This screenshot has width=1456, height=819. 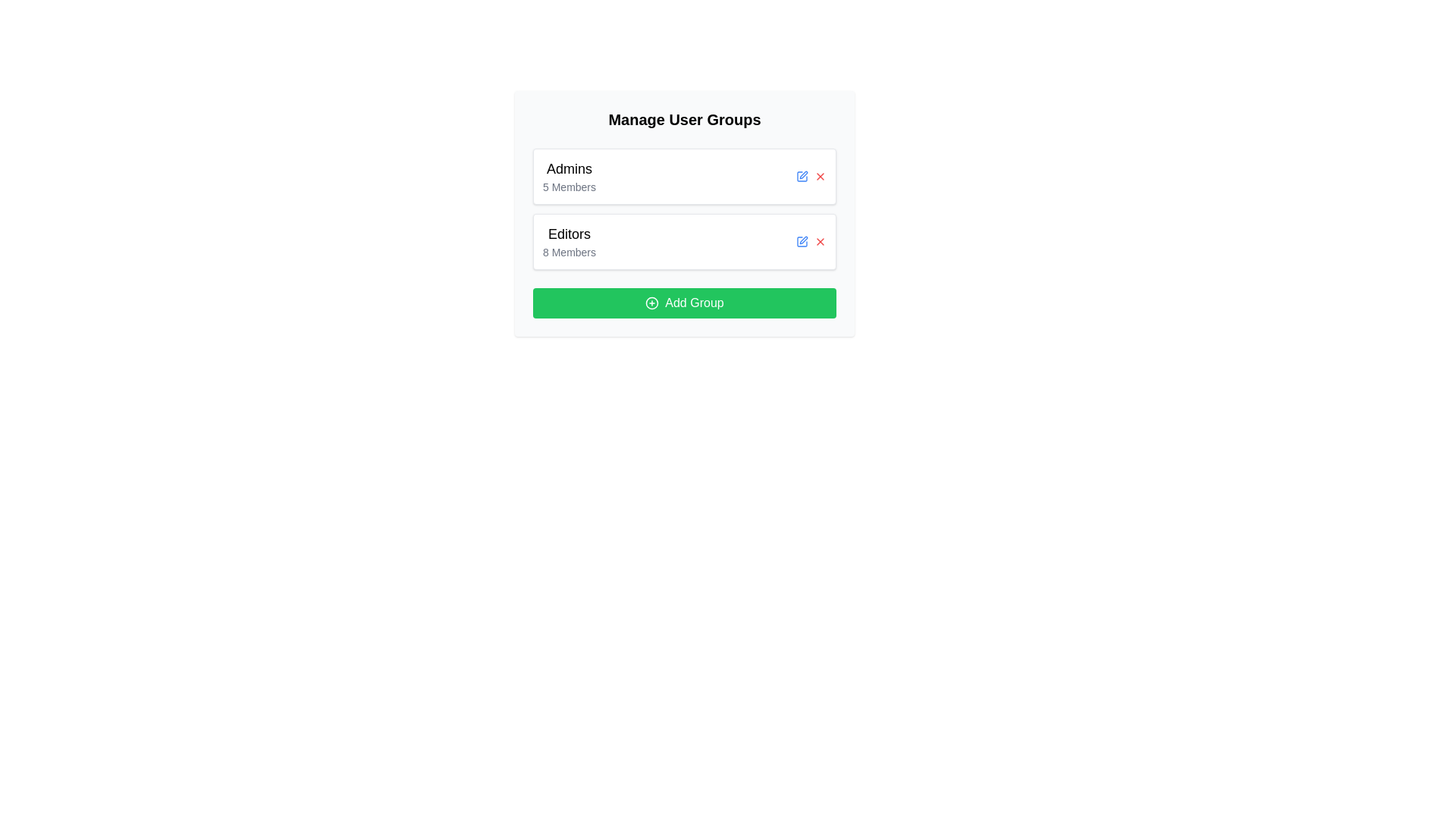 What do you see at coordinates (569, 251) in the screenshot?
I see `the static text label displaying '8 Members', which is located directly below the 'Editors' header in the user groups section` at bounding box center [569, 251].